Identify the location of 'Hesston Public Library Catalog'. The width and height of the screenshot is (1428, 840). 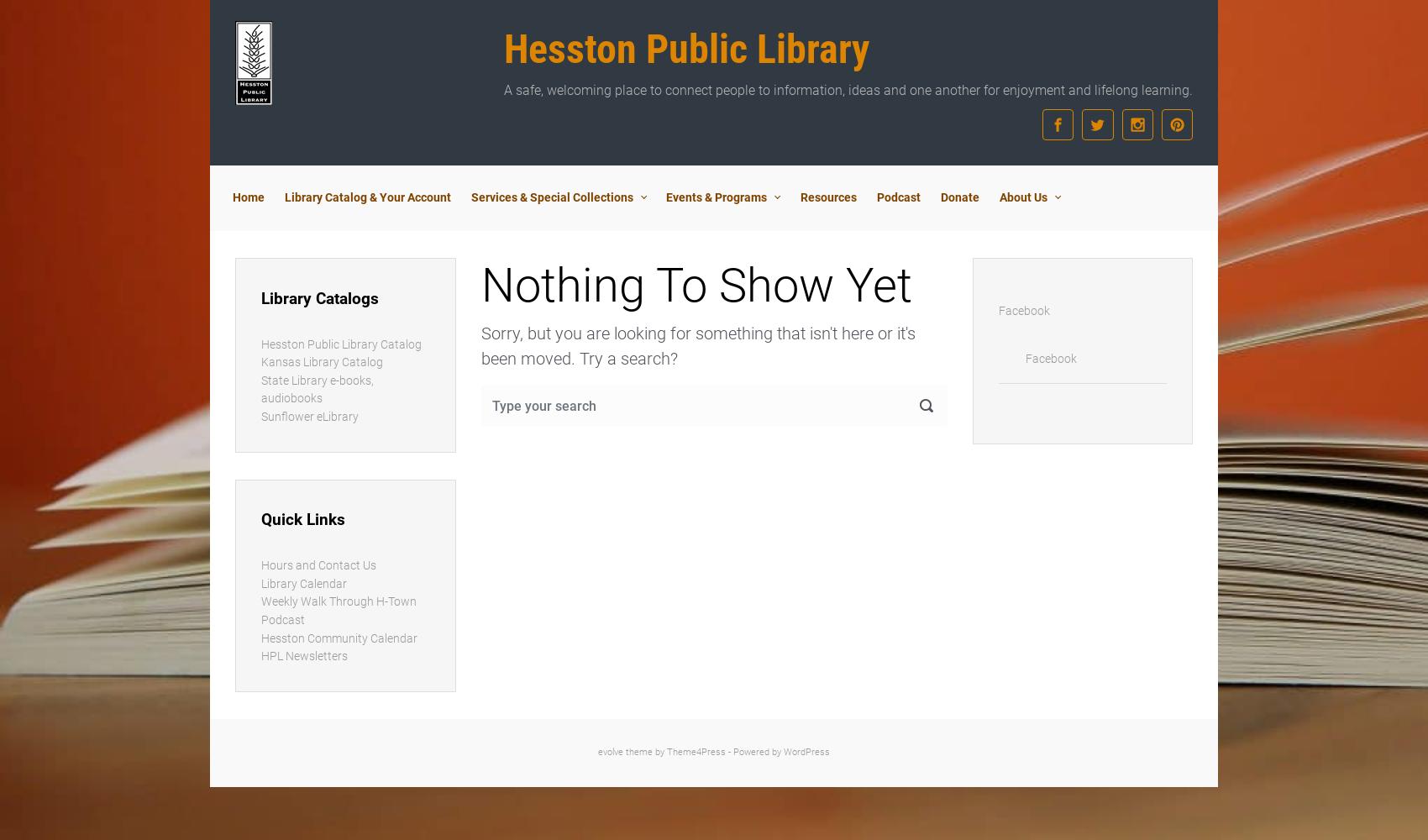
(340, 344).